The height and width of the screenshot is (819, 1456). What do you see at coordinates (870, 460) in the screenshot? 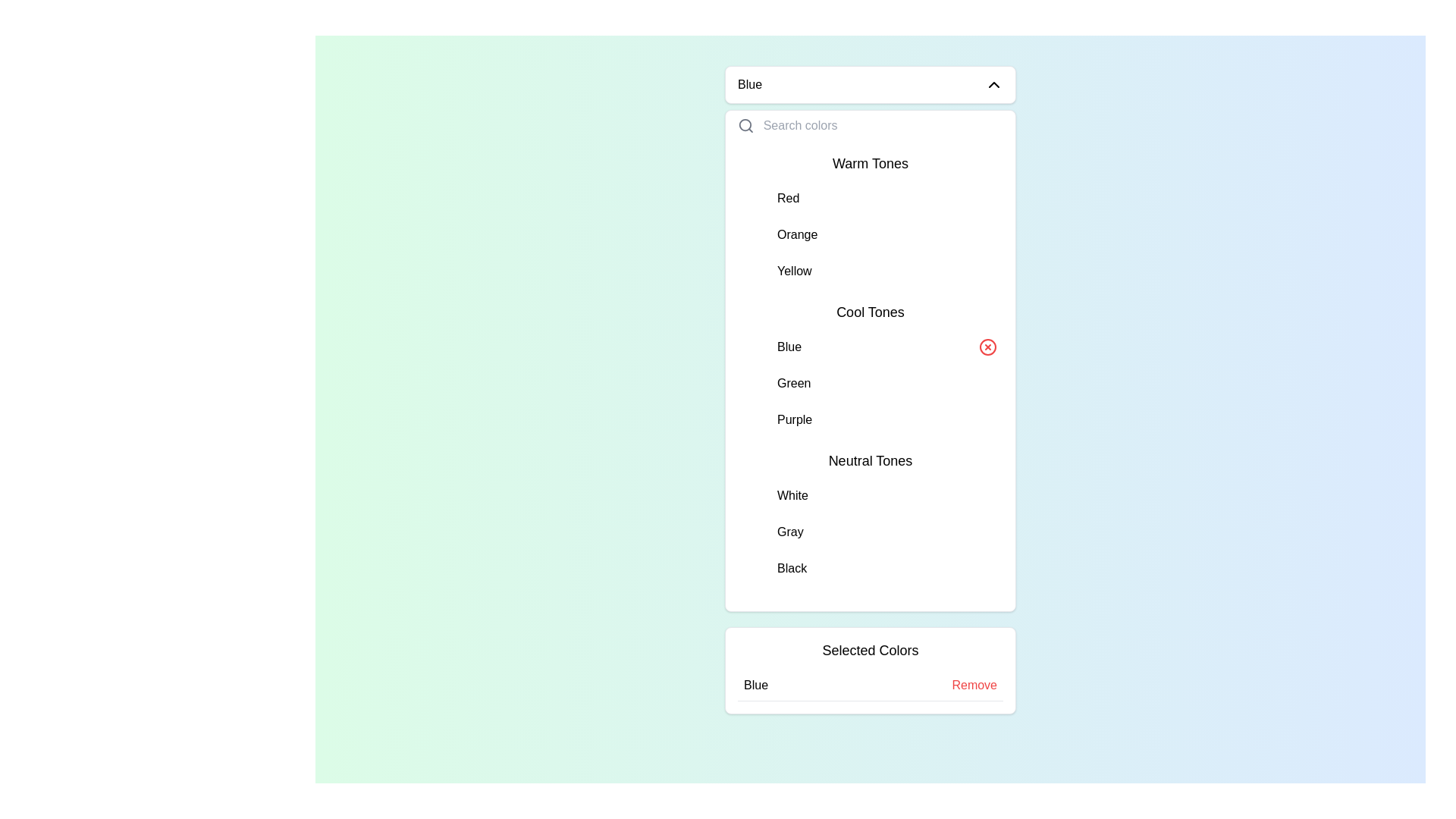
I see `the 'Neutral Tones' label in the color selection menu, which categorizes the colors White, Gray, and Black` at bounding box center [870, 460].